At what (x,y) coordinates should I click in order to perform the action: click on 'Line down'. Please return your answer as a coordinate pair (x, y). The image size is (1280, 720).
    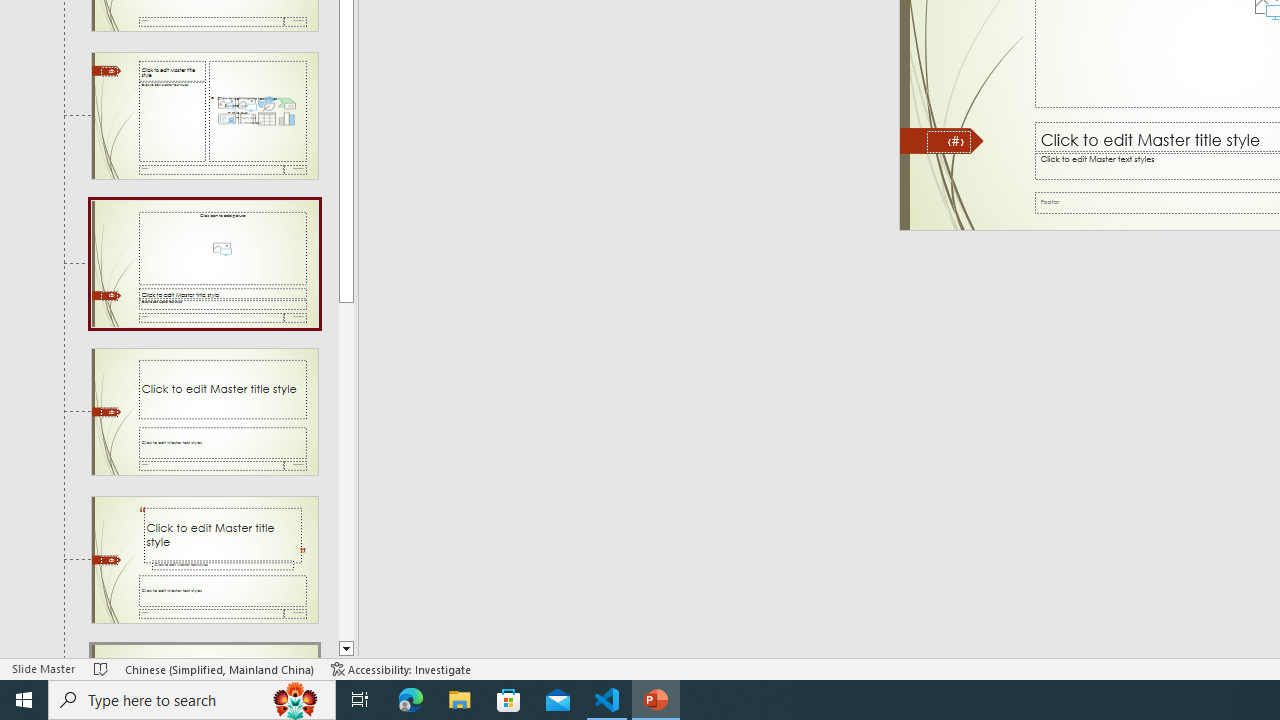
    Looking at the image, I should click on (346, 649).